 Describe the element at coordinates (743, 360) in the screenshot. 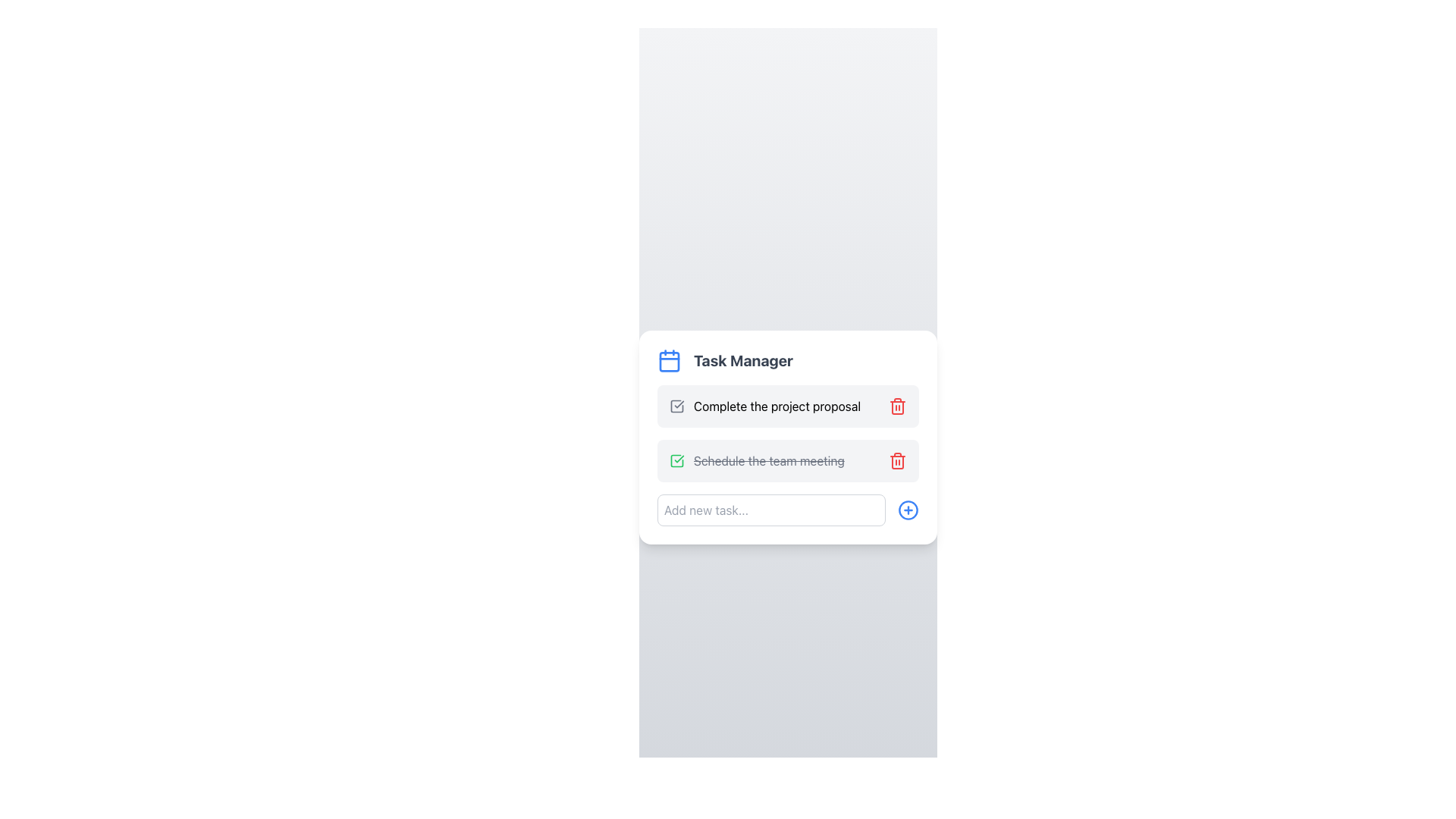

I see `the Text Label that serves as the title or heading of the section, positioned to the right of a blue calendar icon, near the top-center of the interface panel` at that location.